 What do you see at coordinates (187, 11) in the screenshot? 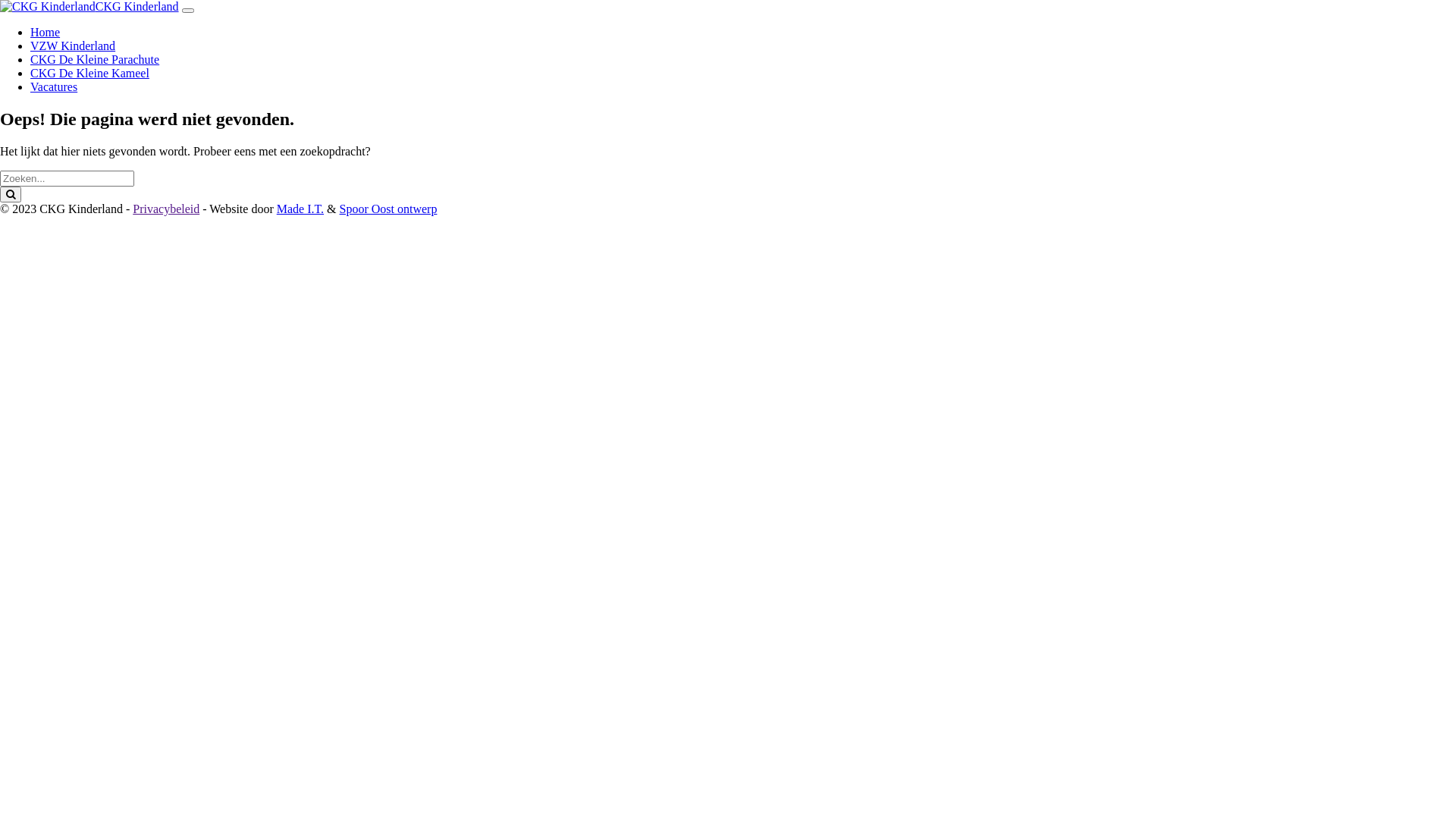
I see `'Menu'` at bounding box center [187, 11].